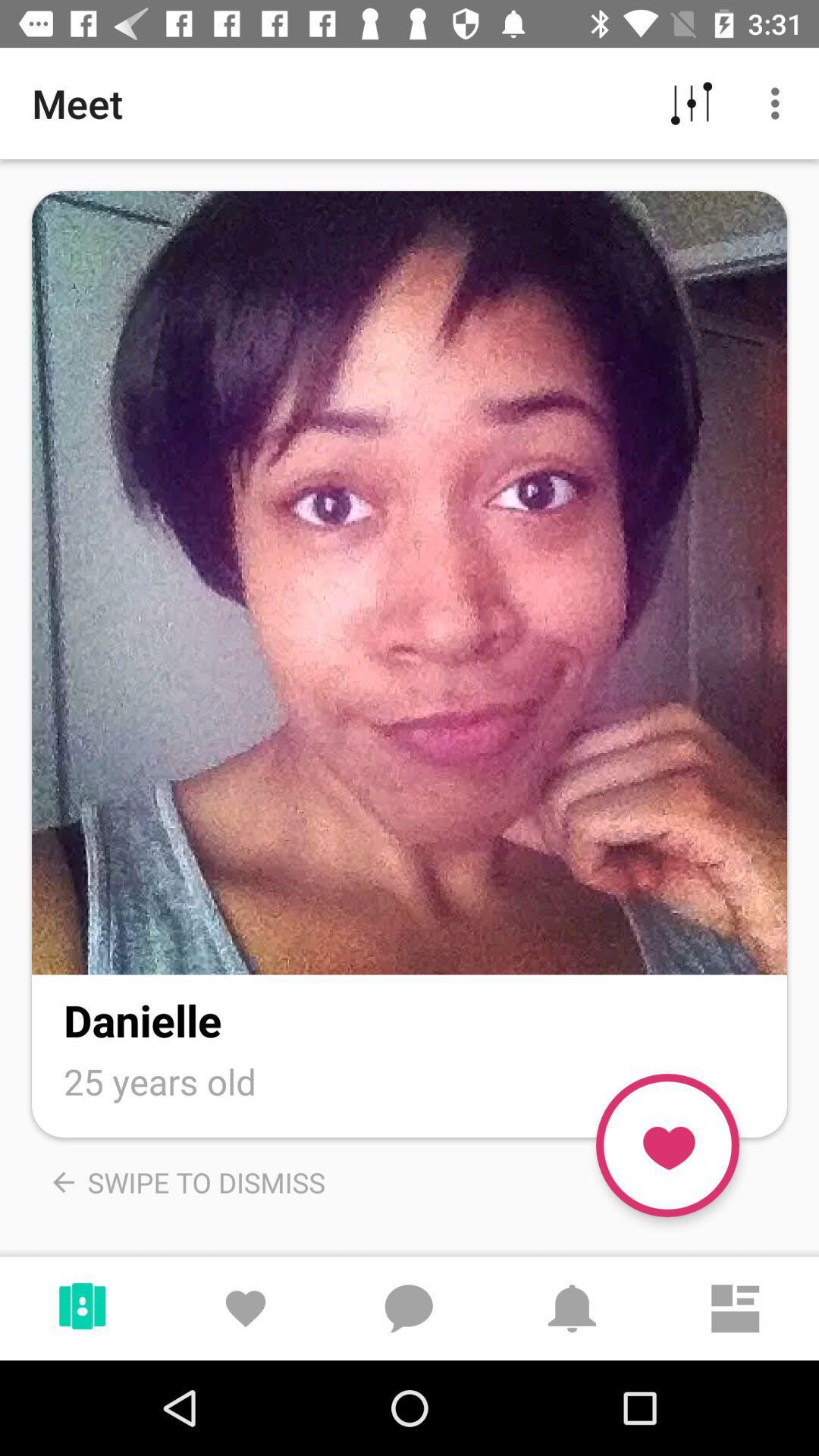 The image size is (819, 1456). I want to click on the second icon at the top right of the page, so click(779, 103).